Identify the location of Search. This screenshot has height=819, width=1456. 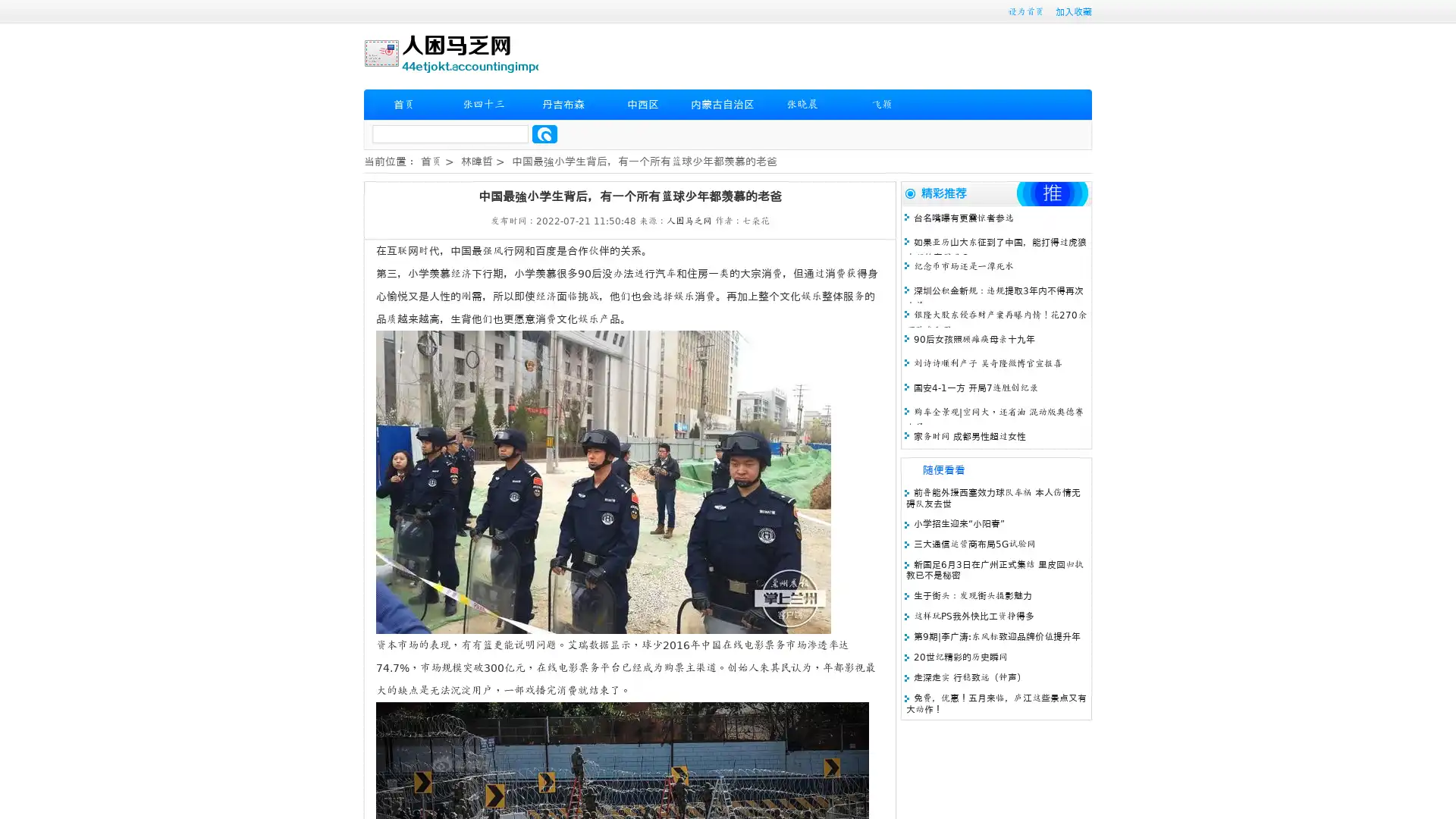
(544, 133).